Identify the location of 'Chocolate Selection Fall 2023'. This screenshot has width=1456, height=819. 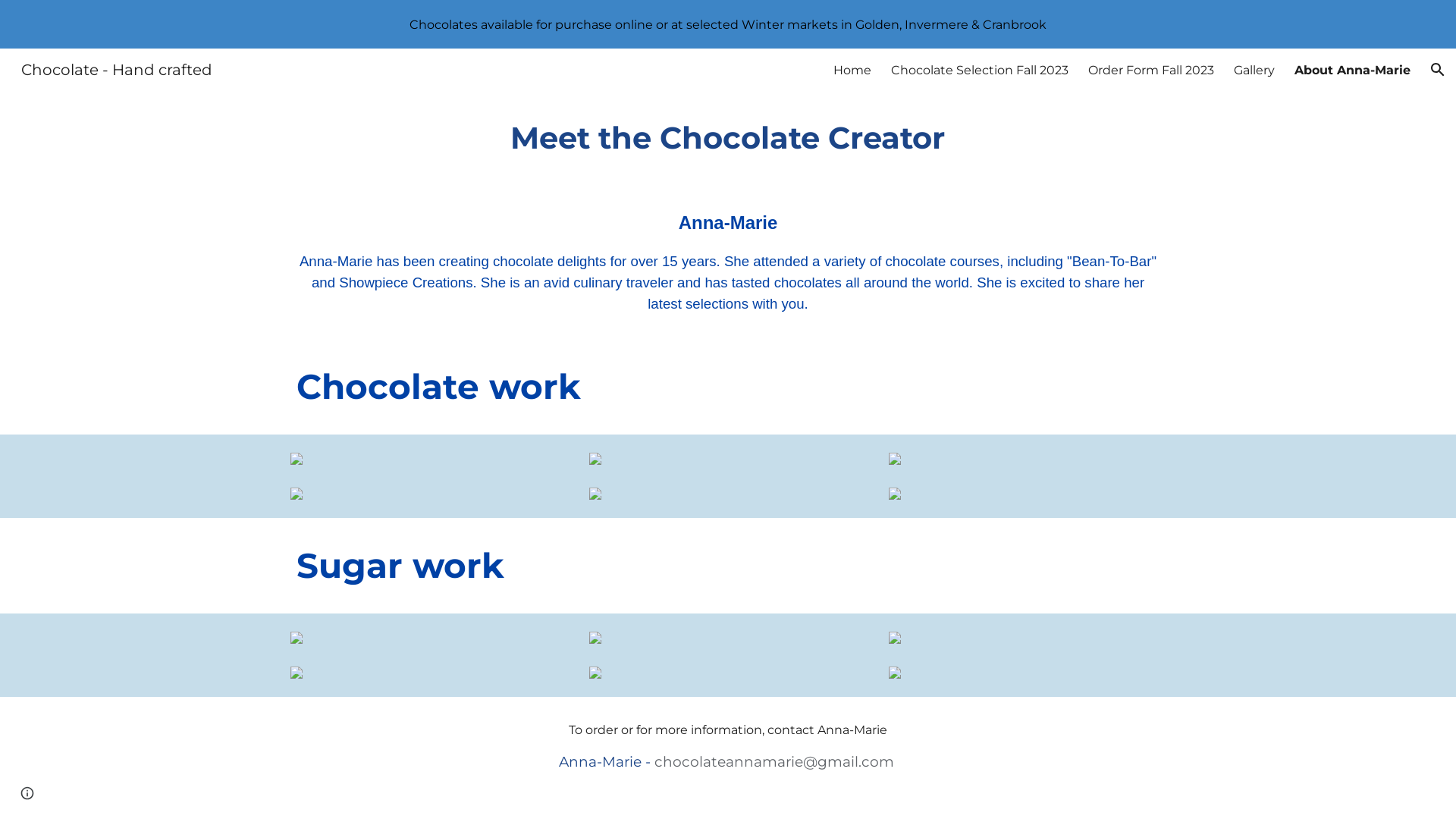
(979, 69).